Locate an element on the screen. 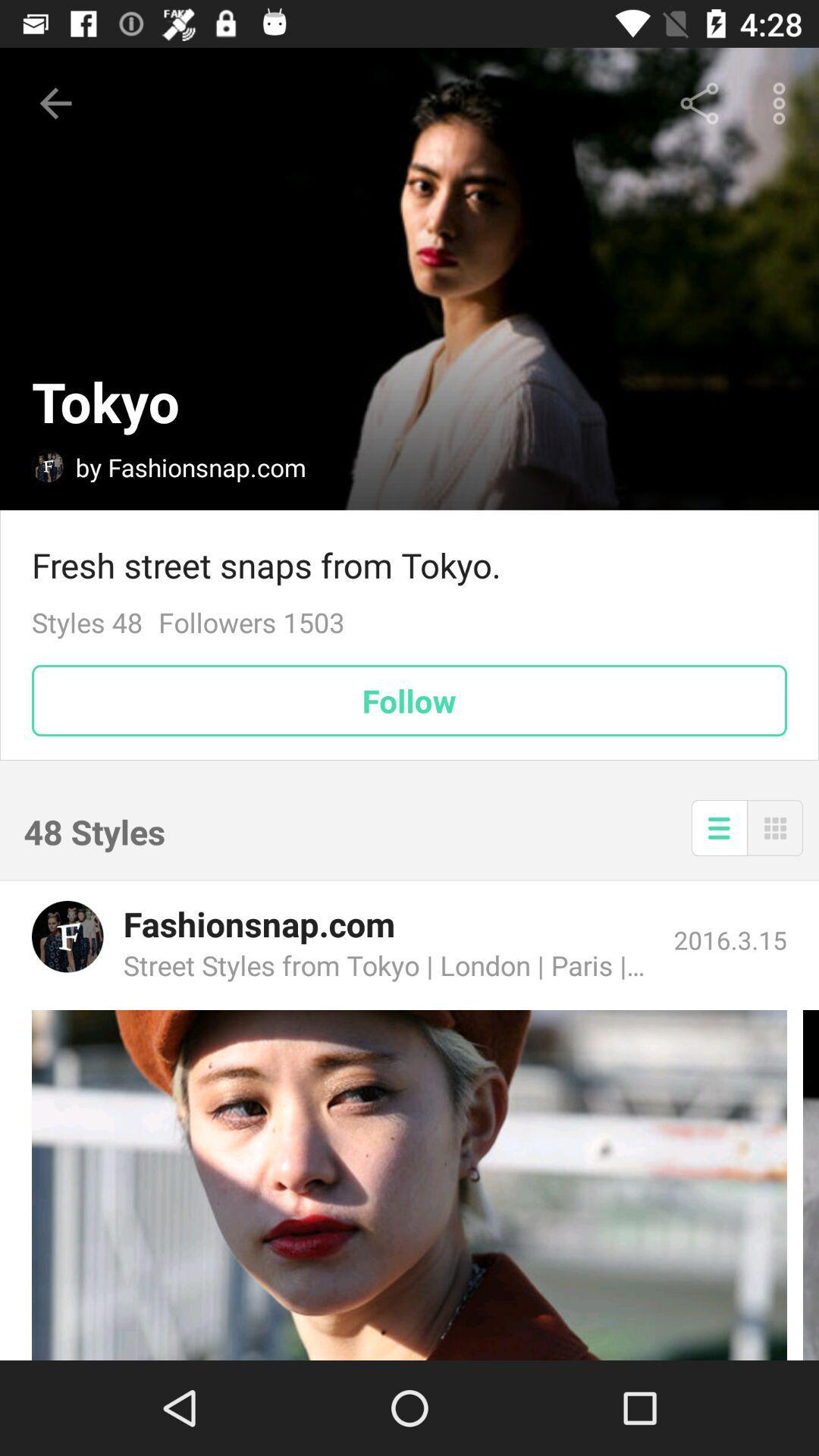 This screenshot has width=819, height=1456. user profile page is located at coordinates (46, 465).